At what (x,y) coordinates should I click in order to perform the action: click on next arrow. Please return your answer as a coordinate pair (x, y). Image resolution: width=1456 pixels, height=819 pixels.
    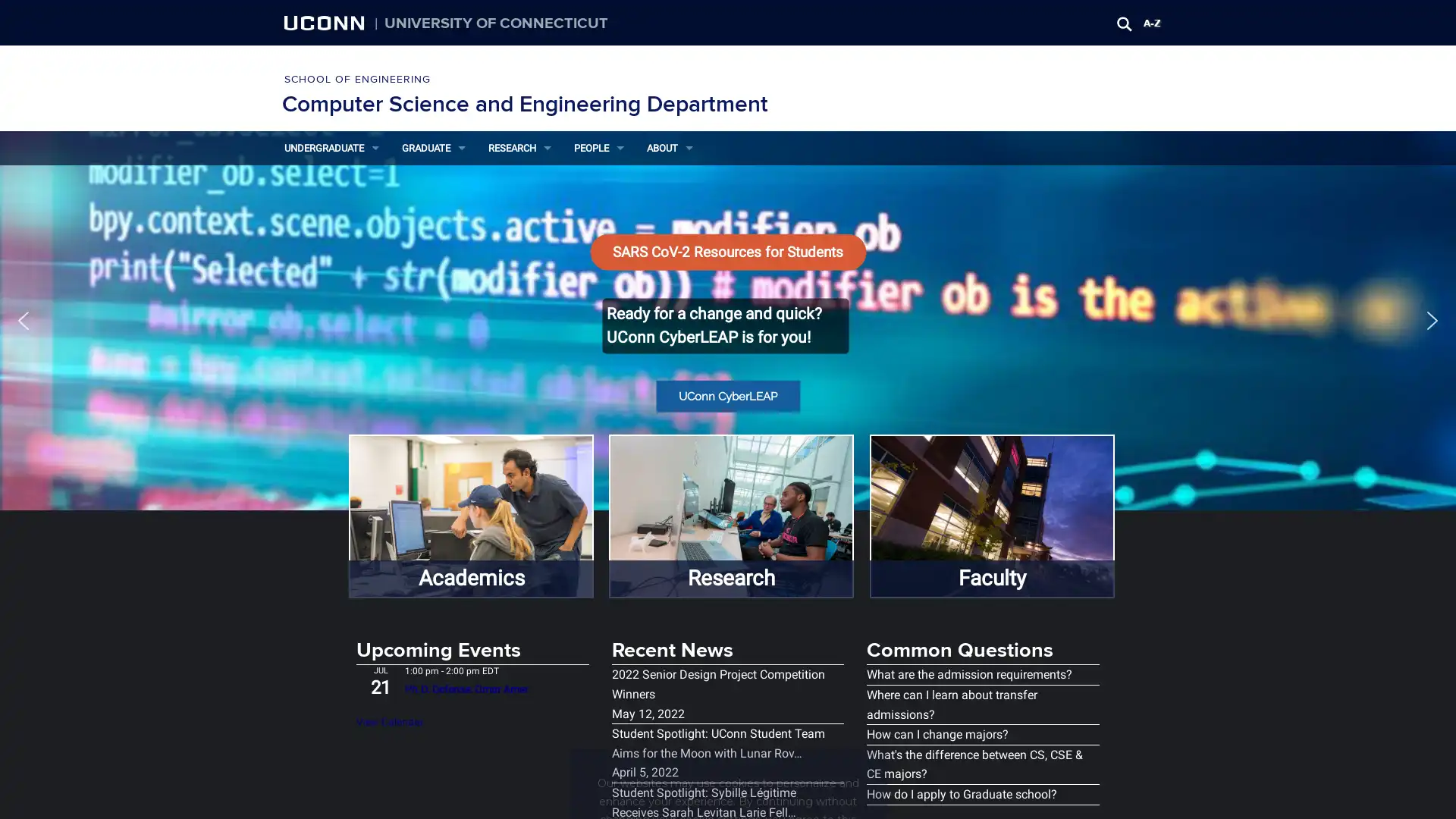
    Looking at the image, I should click on (1432, 318).